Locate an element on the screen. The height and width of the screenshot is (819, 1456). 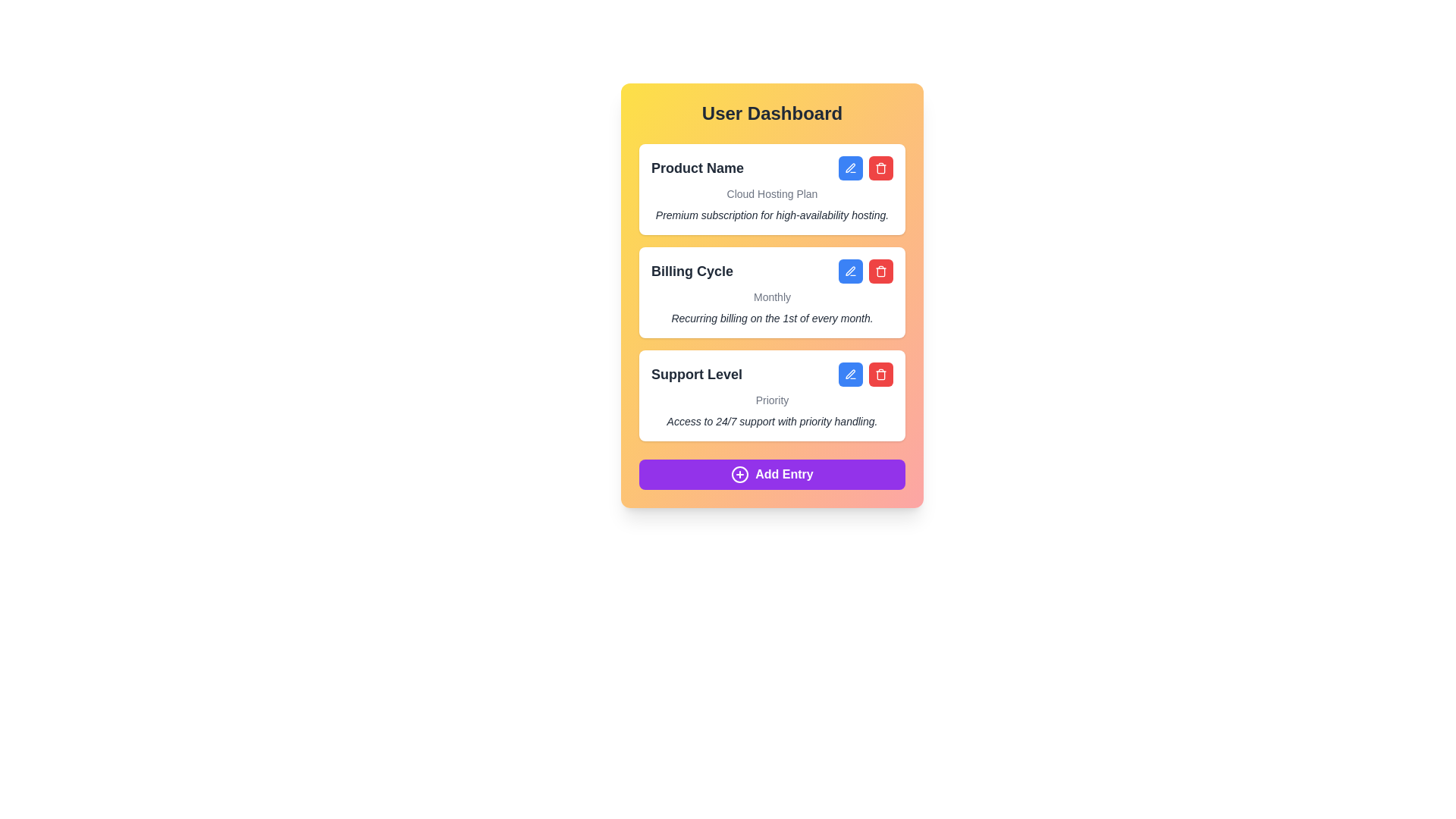
the static text element containing 'Cloud Hosting Plan', which is styled in gray and positioned below the 'Product Name' heading in the User Dashboard is located at coordinates (772, 193).